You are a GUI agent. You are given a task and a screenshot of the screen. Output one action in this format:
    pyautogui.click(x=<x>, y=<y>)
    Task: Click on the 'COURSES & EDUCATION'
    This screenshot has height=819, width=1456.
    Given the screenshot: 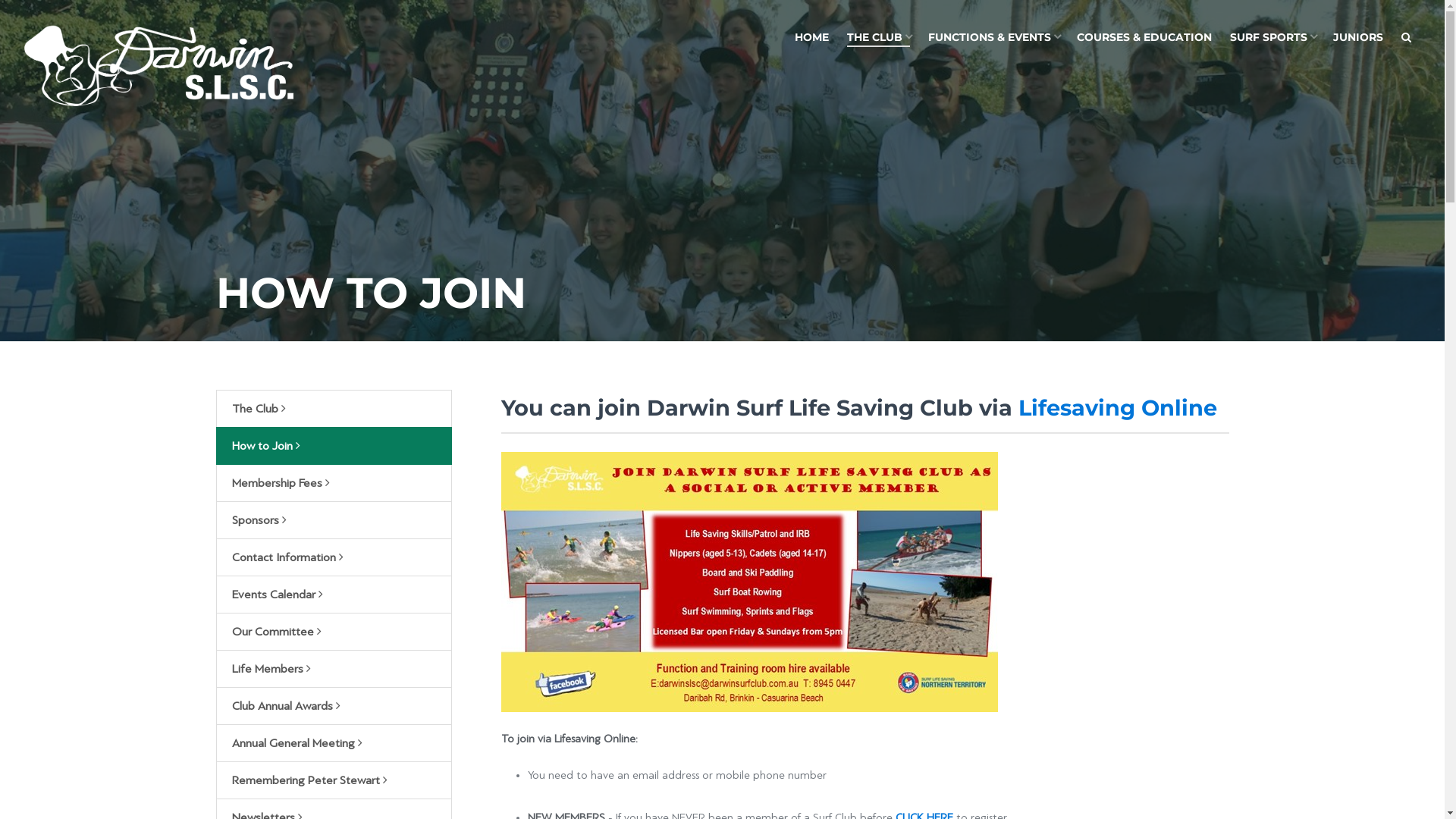 What is the action you would take?
    pyautogui.click(x=1144, y=36)
    